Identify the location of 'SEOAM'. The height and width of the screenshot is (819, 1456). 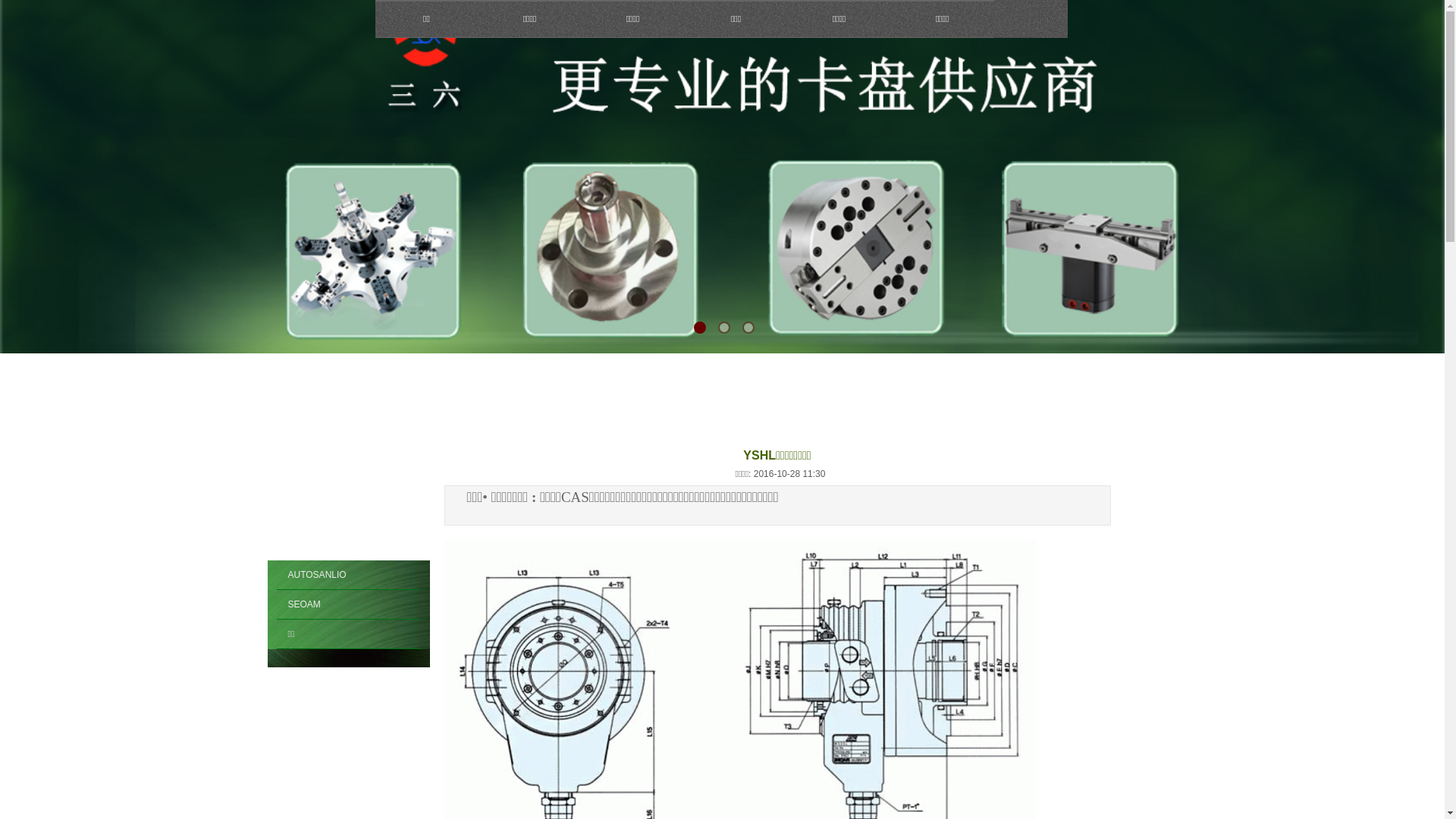
(347, 604).